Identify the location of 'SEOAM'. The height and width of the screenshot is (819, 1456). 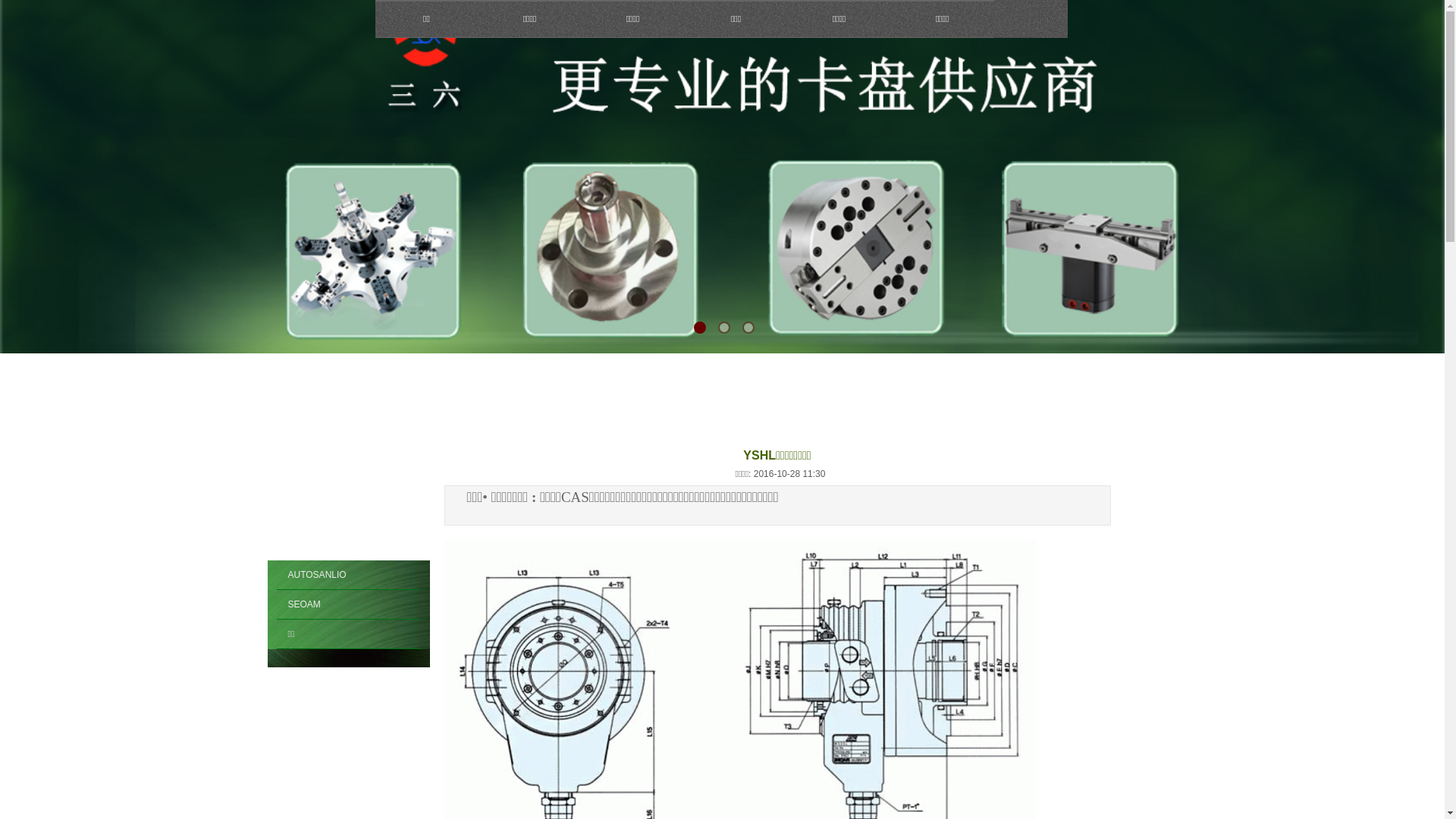
(347, 604).